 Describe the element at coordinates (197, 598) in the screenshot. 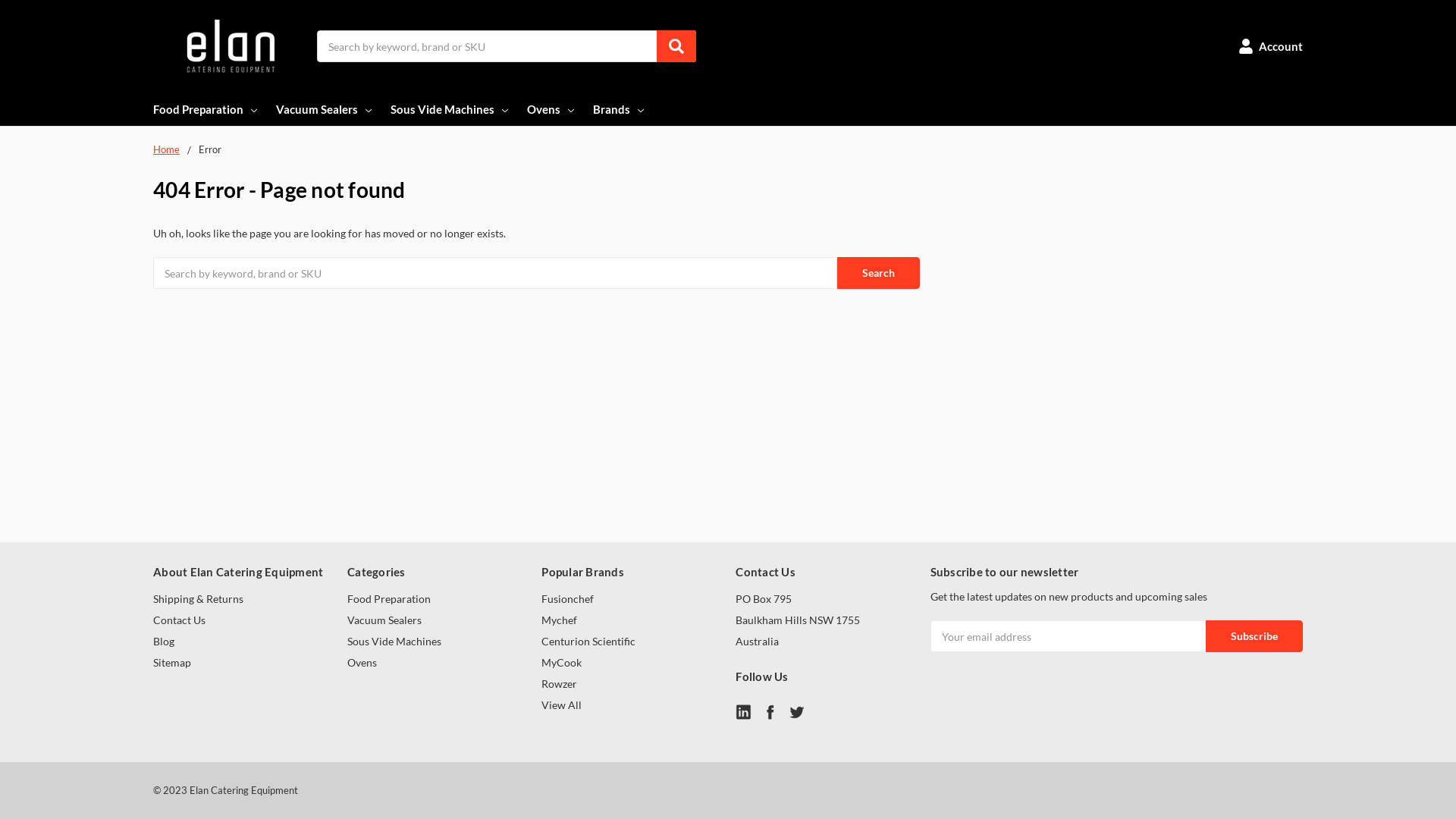

I see `'Shipping & Returns'` at that location.